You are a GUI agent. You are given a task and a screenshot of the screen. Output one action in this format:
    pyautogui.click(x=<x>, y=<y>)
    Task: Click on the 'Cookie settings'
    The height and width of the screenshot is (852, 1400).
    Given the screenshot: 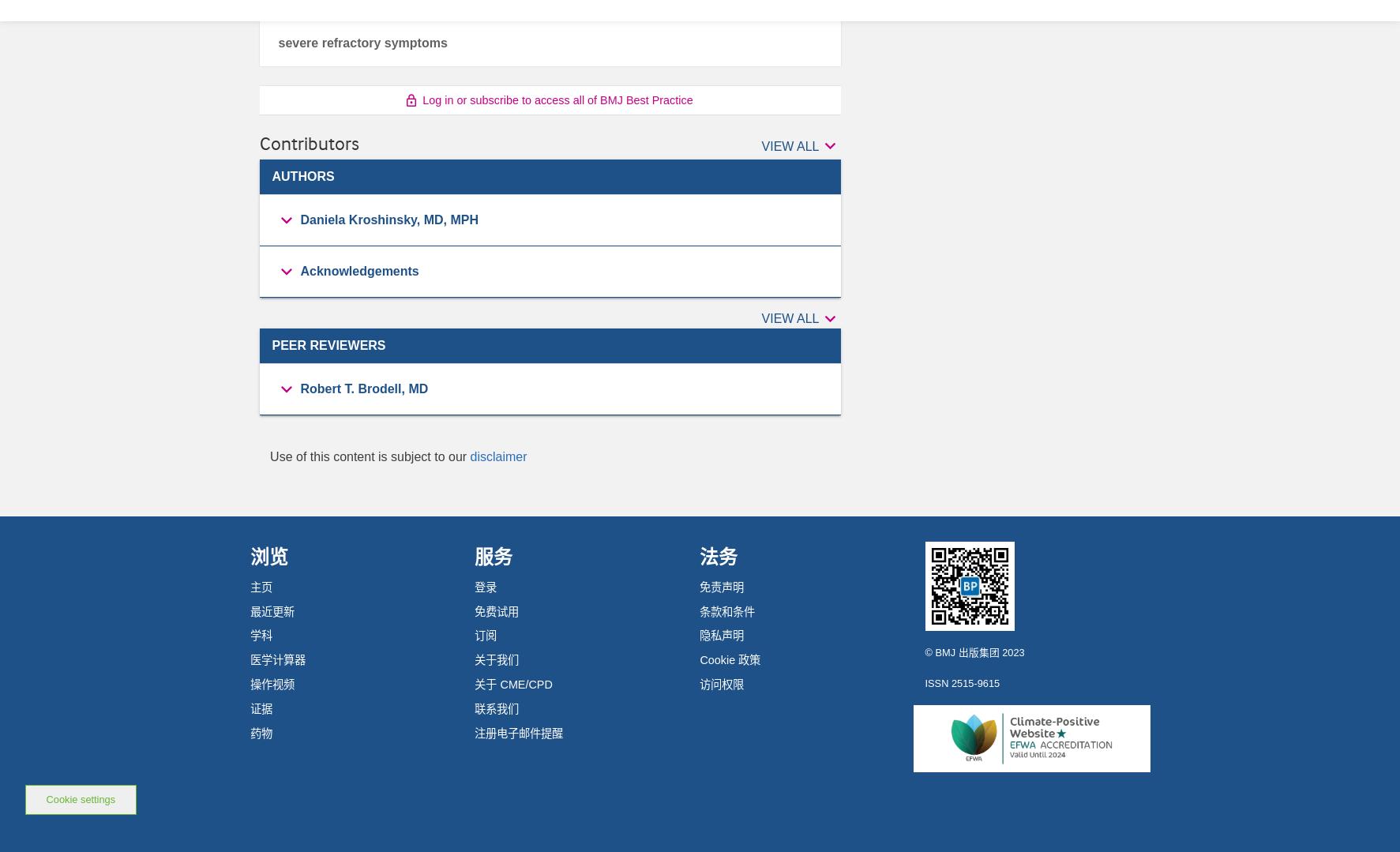 What is the action you would take?
    pyautogui.click(x=80, y=798)
    